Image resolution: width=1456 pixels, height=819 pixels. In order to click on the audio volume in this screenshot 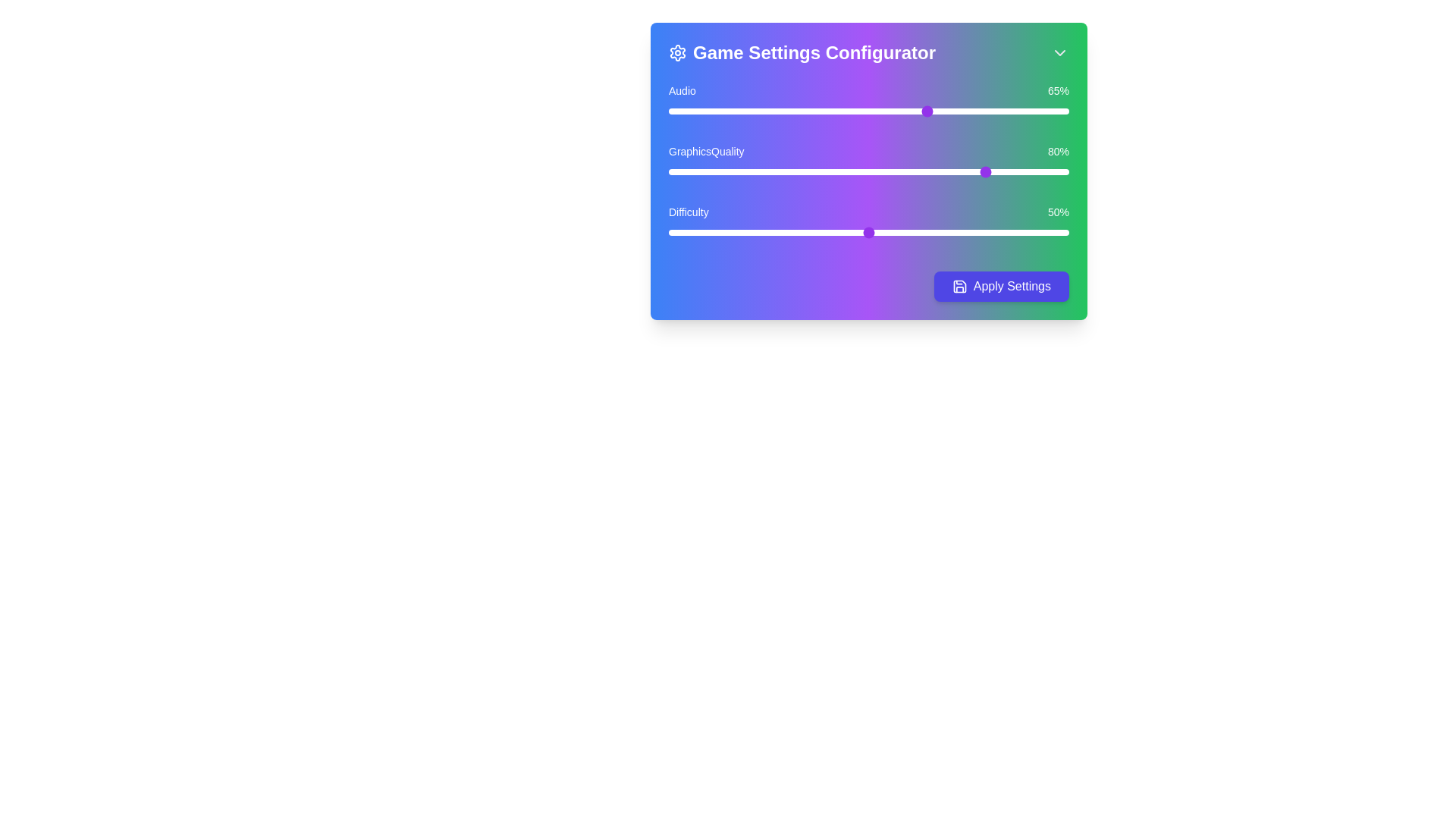, I will do `click(964, 110)`.